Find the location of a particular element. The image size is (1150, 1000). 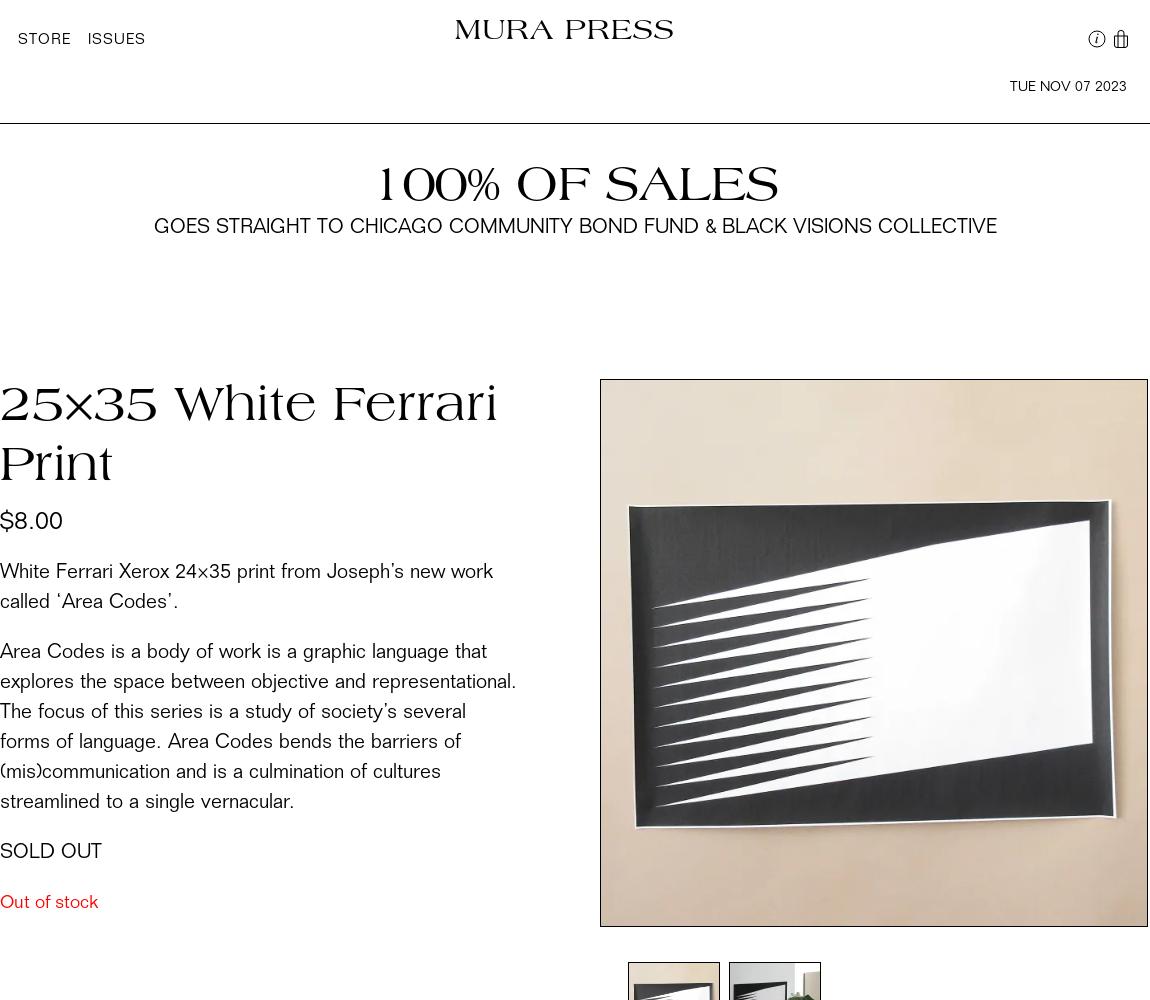

'Issues' is located at coordinates (86, 40).